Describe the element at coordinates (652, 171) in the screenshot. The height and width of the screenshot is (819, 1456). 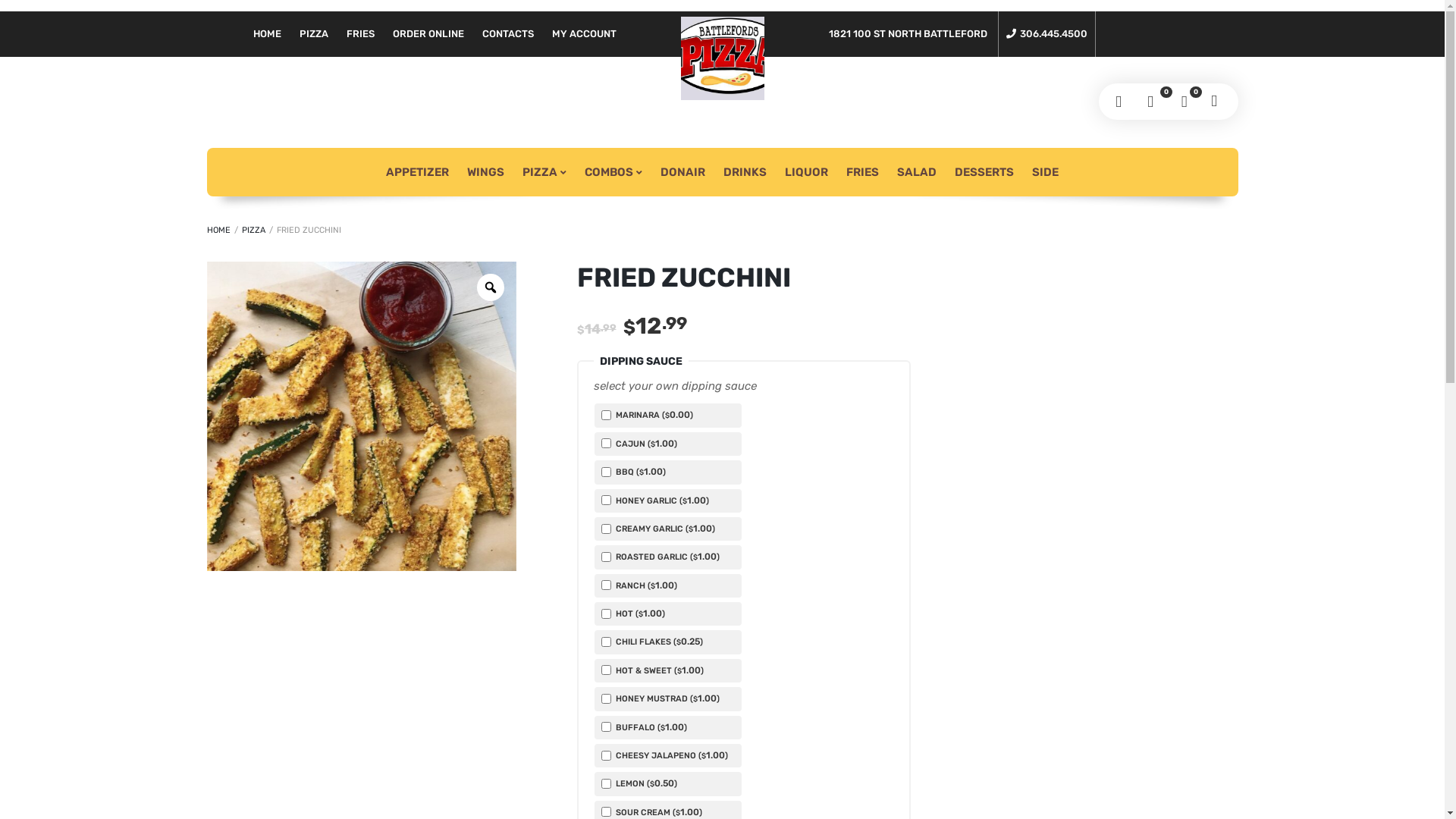
I see `'DONAIR'` at that location.